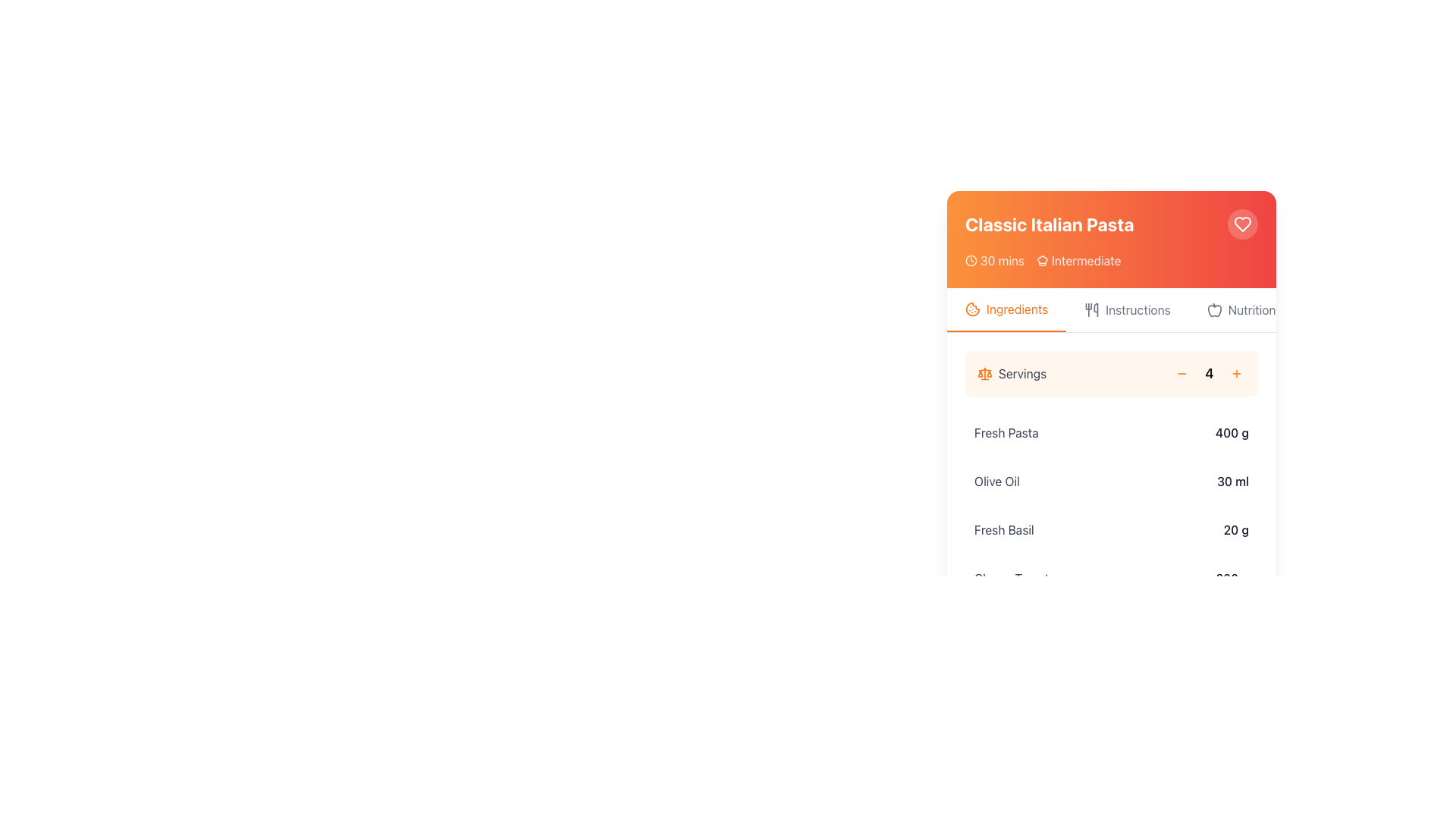 The height and width of the screenshot is (819, 1456). I want to click on the Nutrition button located on the far right of the horizontal navigation bar to switch the displayed content to show information related to nutrition, so click(1241, 309).